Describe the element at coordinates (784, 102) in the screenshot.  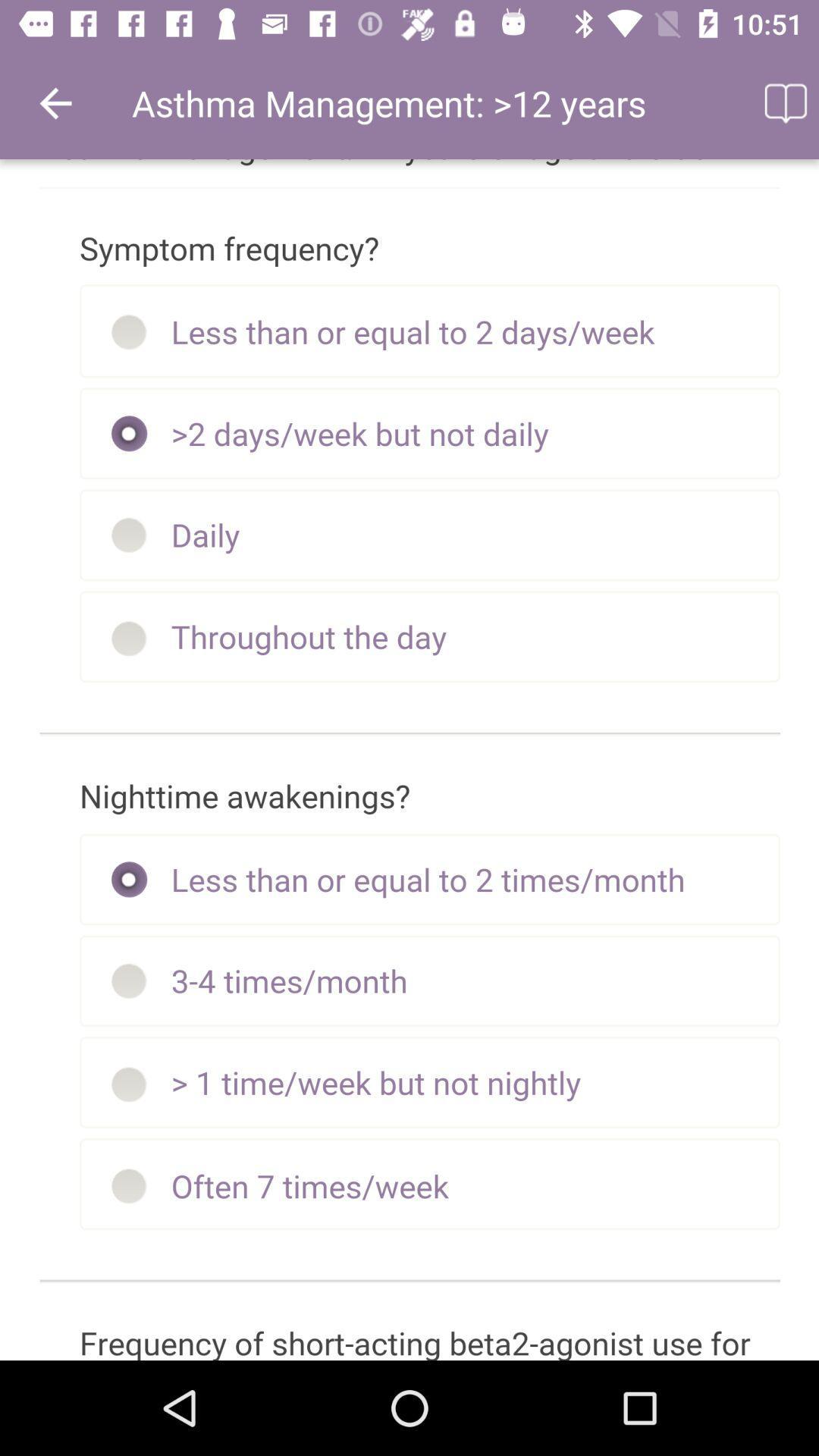
I see `the icon to the right of asthma management 12` at that location.